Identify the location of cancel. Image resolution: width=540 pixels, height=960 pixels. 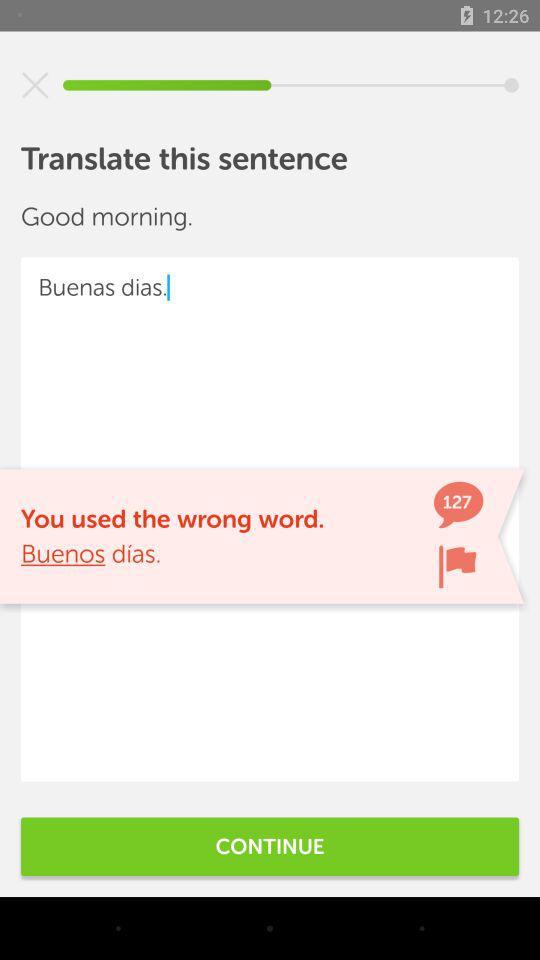
(35, 85).